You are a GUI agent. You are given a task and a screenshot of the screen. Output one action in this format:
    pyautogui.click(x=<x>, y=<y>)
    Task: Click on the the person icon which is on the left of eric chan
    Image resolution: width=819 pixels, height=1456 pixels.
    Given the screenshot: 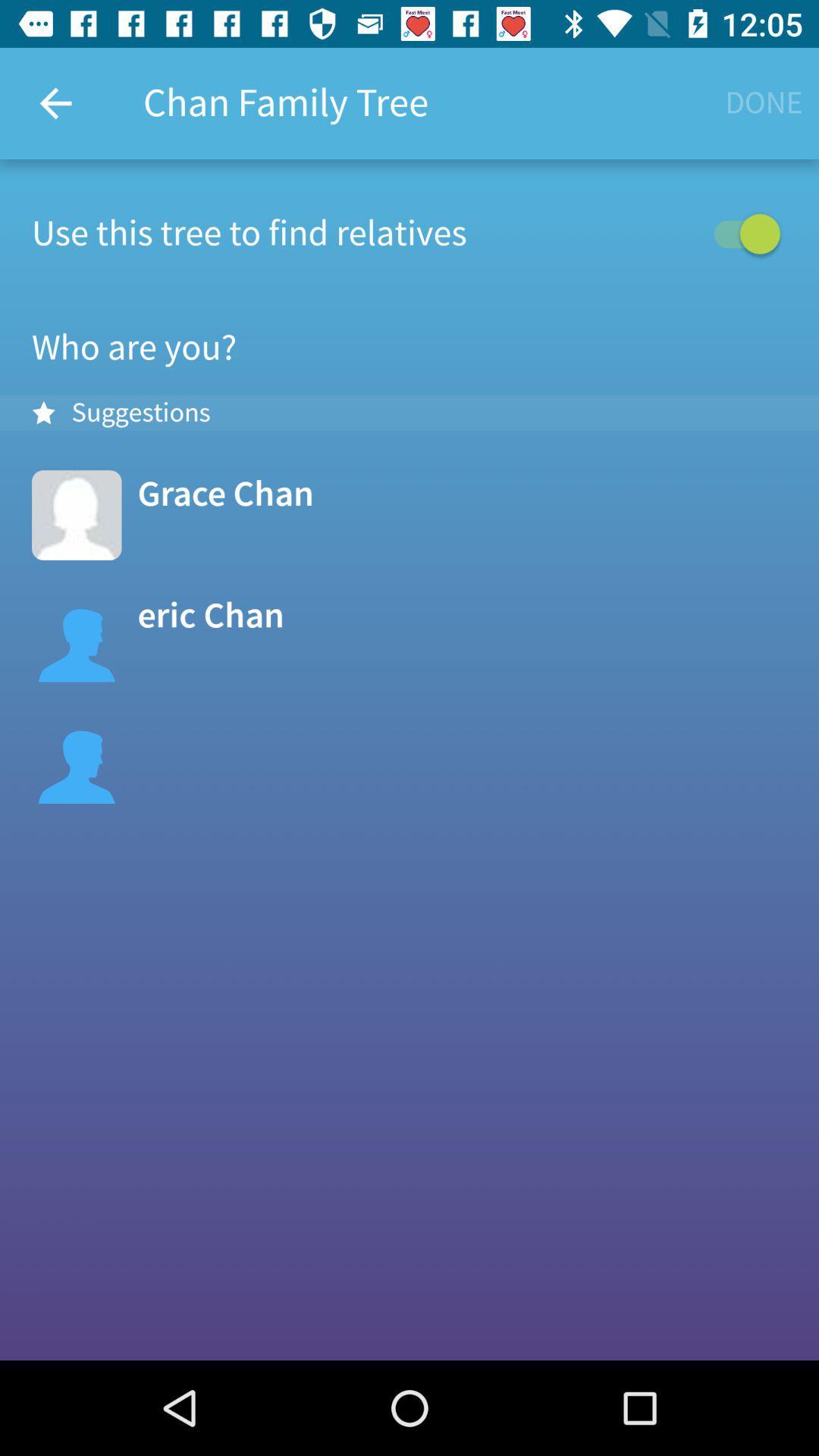 What is the action you would take?
    pyautogui.click(x=77, y=637)
    